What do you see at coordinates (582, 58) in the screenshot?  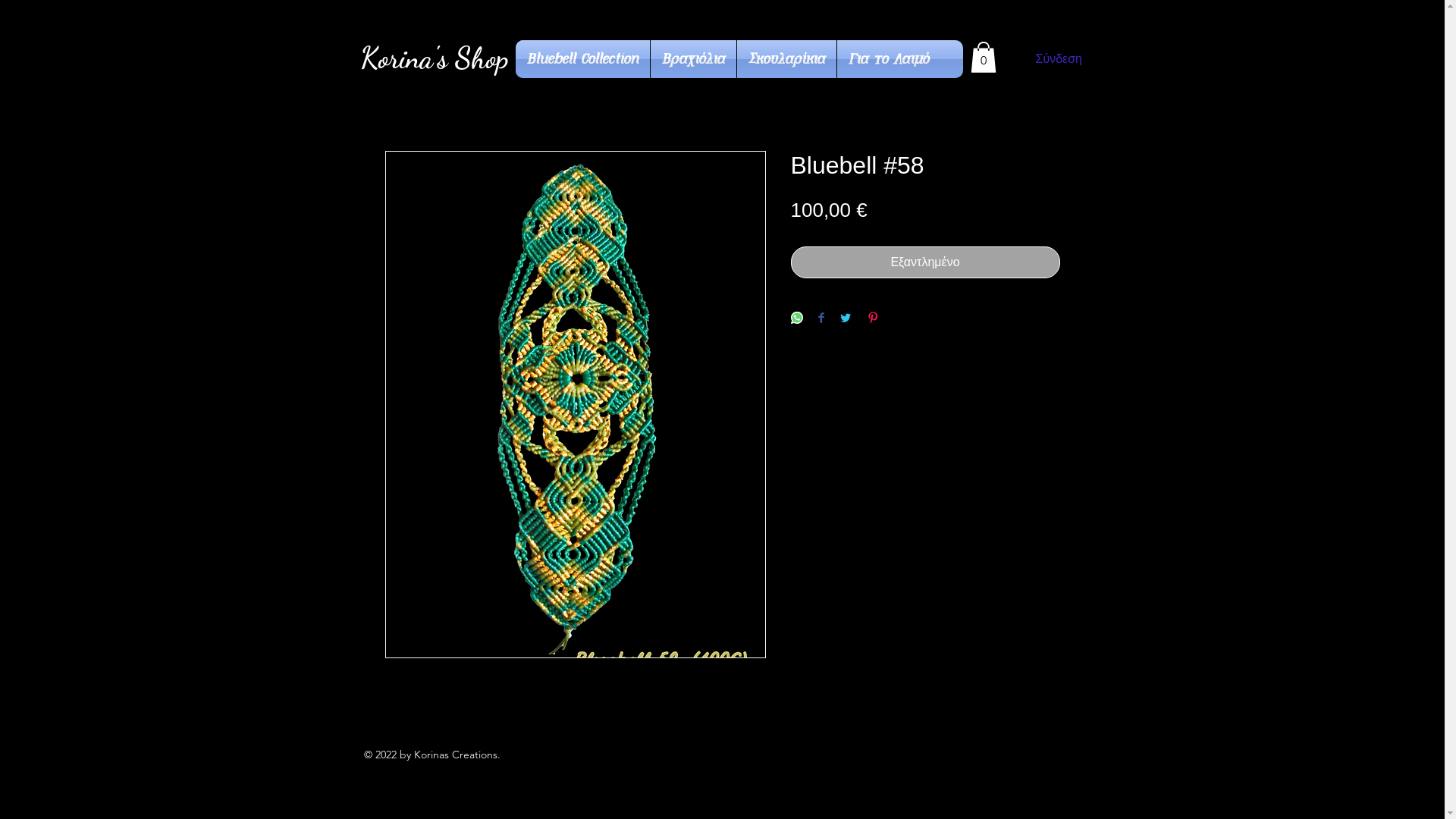 I see `'Bluebell Collection'` at bounding box center [582, 58].